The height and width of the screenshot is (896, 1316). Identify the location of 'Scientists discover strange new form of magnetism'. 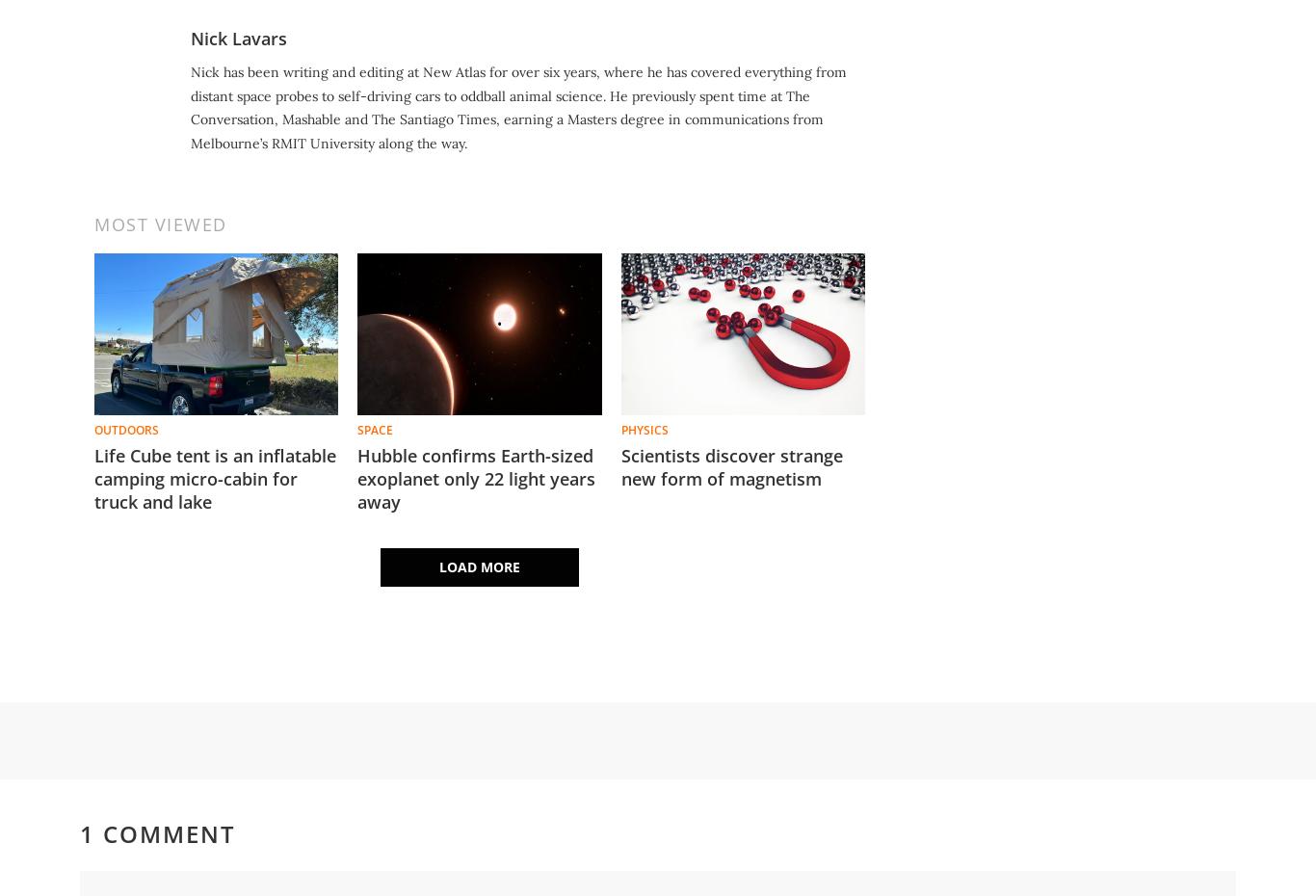
(730, 465).